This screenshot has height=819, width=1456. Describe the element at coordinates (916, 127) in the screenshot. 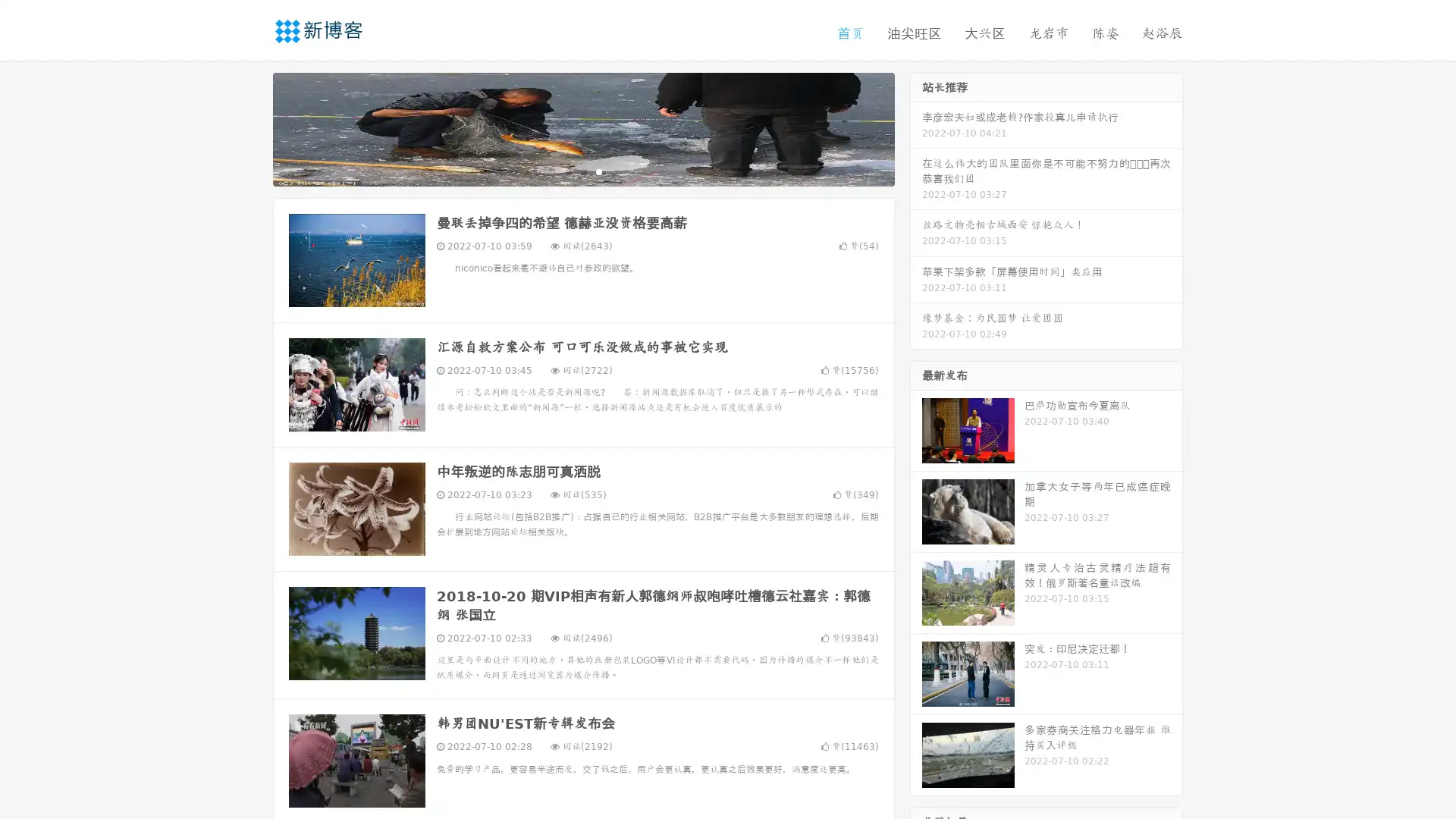

I see `Next slide` at that location.